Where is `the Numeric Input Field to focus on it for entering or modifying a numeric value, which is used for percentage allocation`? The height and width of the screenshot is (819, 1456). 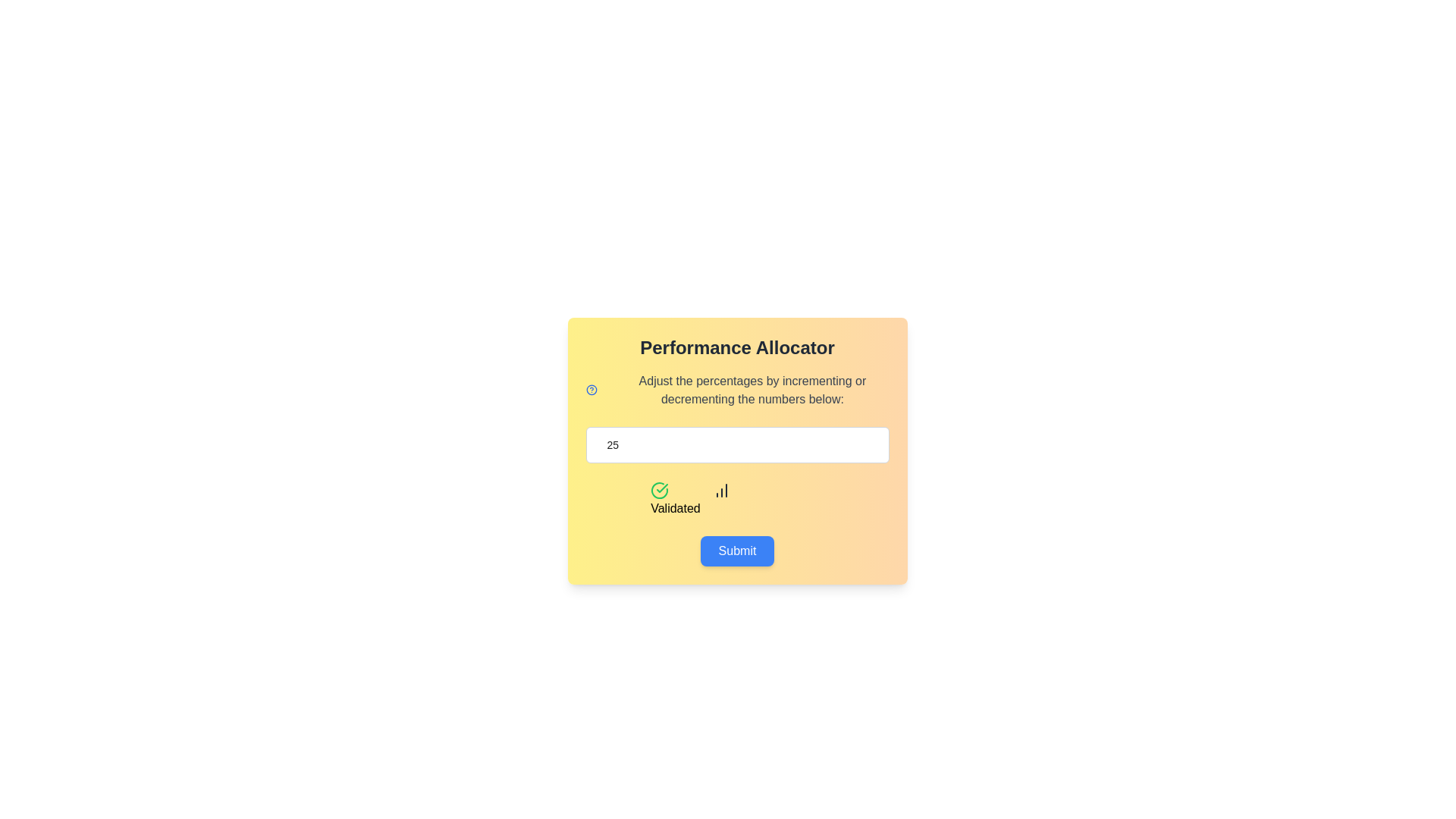 the Numeric Input Field to focus on it for entering or modifying a numeric value, which is used for percentage allocation is located at coordinates (737, 444).